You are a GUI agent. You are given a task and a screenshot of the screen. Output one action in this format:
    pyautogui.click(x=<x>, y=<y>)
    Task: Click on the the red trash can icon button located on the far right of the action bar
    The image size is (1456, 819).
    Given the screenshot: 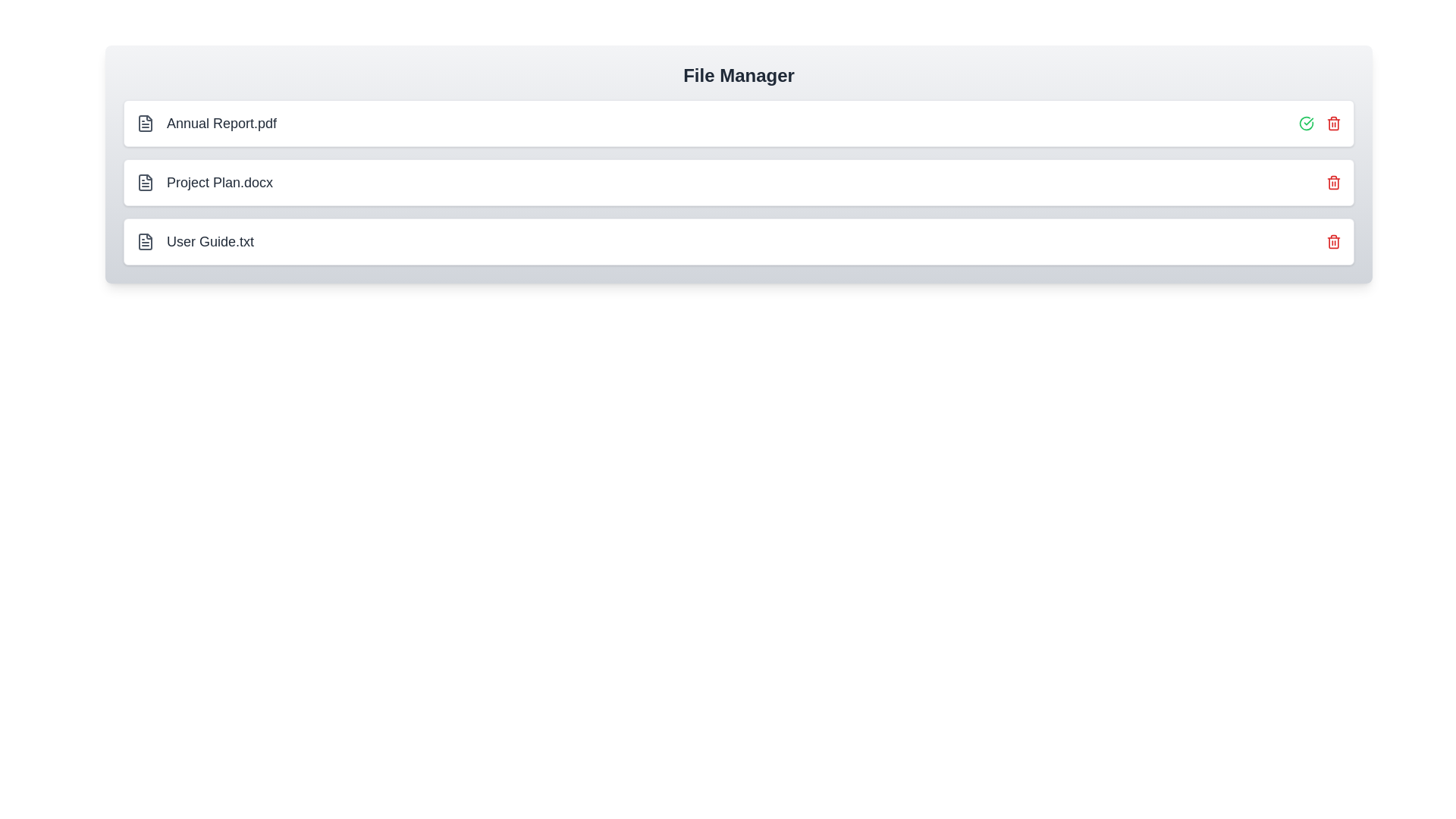 What is the action you would take?
    pyautogui.click(x=1332, y=122)
    